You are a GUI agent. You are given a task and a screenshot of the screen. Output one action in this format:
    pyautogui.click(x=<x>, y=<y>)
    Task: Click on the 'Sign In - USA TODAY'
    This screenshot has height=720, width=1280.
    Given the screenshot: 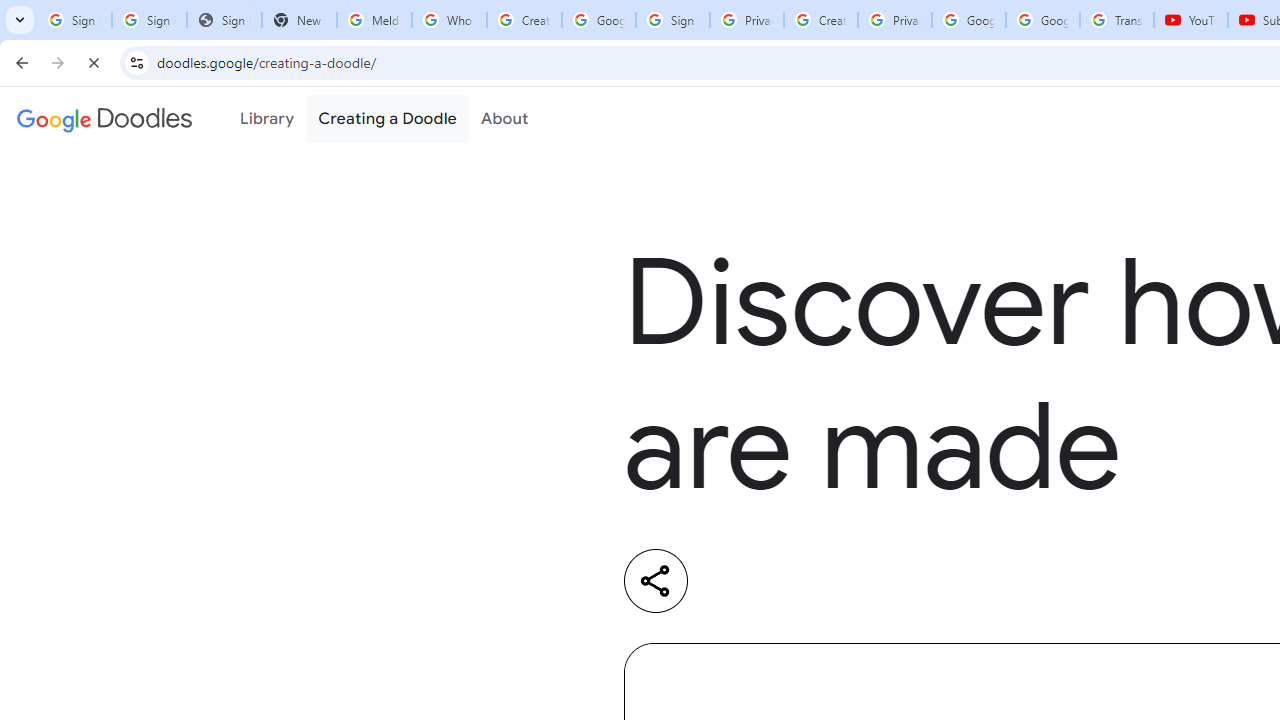 What is the action you would take?
    pyautogui.click(x=224, y=20)
    